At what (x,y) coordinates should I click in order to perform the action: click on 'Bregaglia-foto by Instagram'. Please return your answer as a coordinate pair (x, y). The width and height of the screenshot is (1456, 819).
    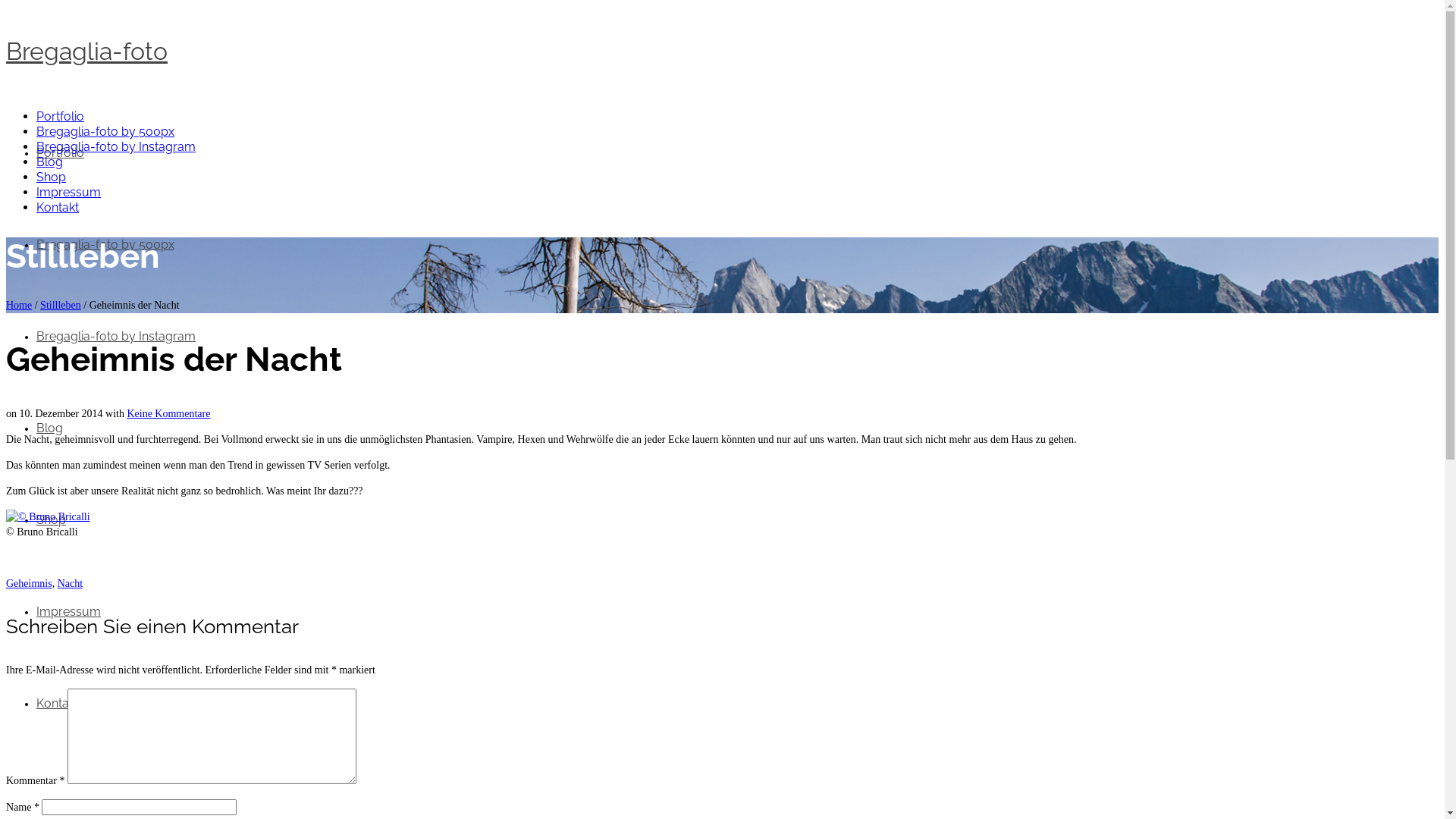
    Looking at the image, I should click on (115, 335).